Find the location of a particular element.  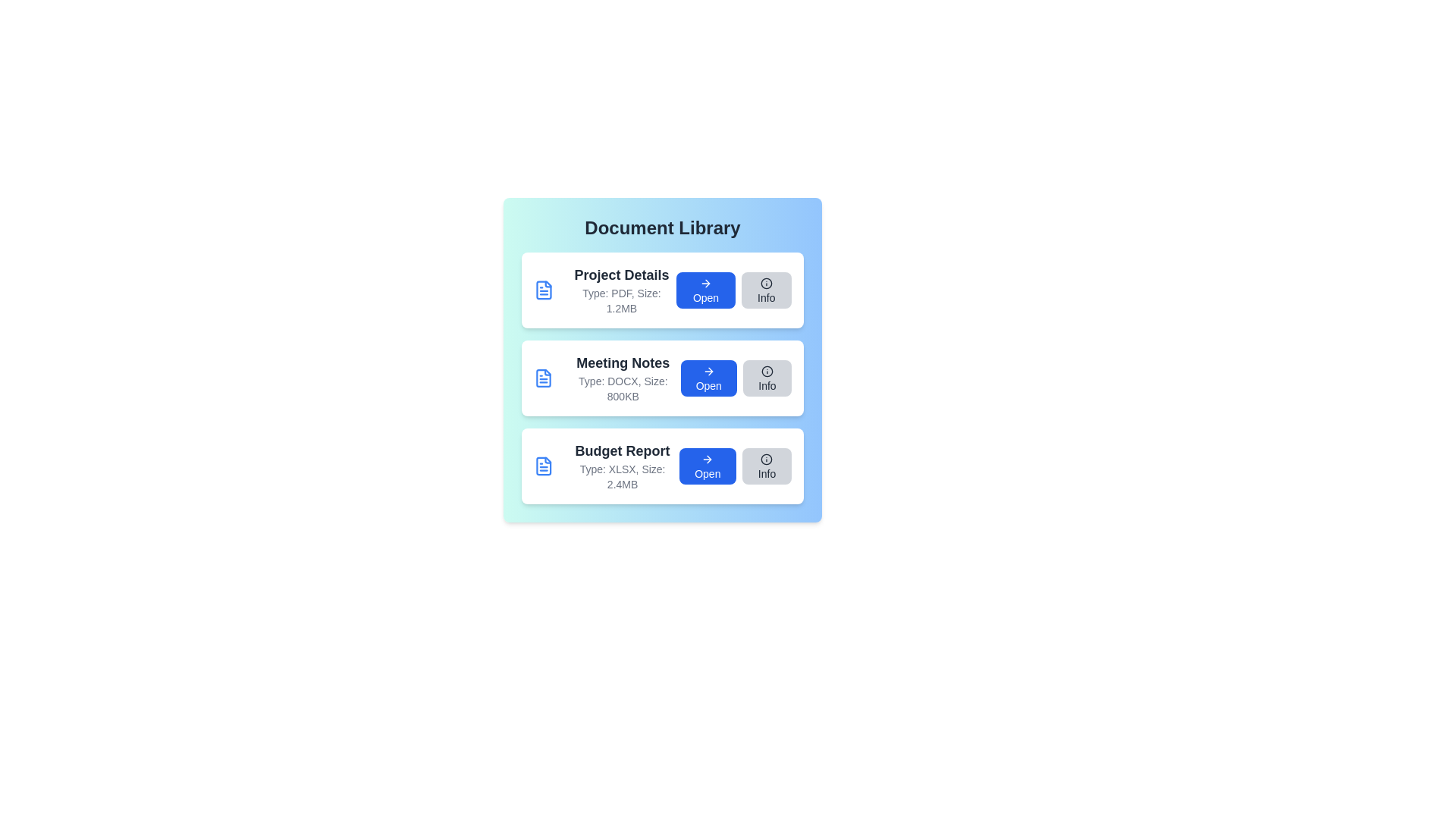

the document card corresponding to Project Details is located at coordinates (662, 290).